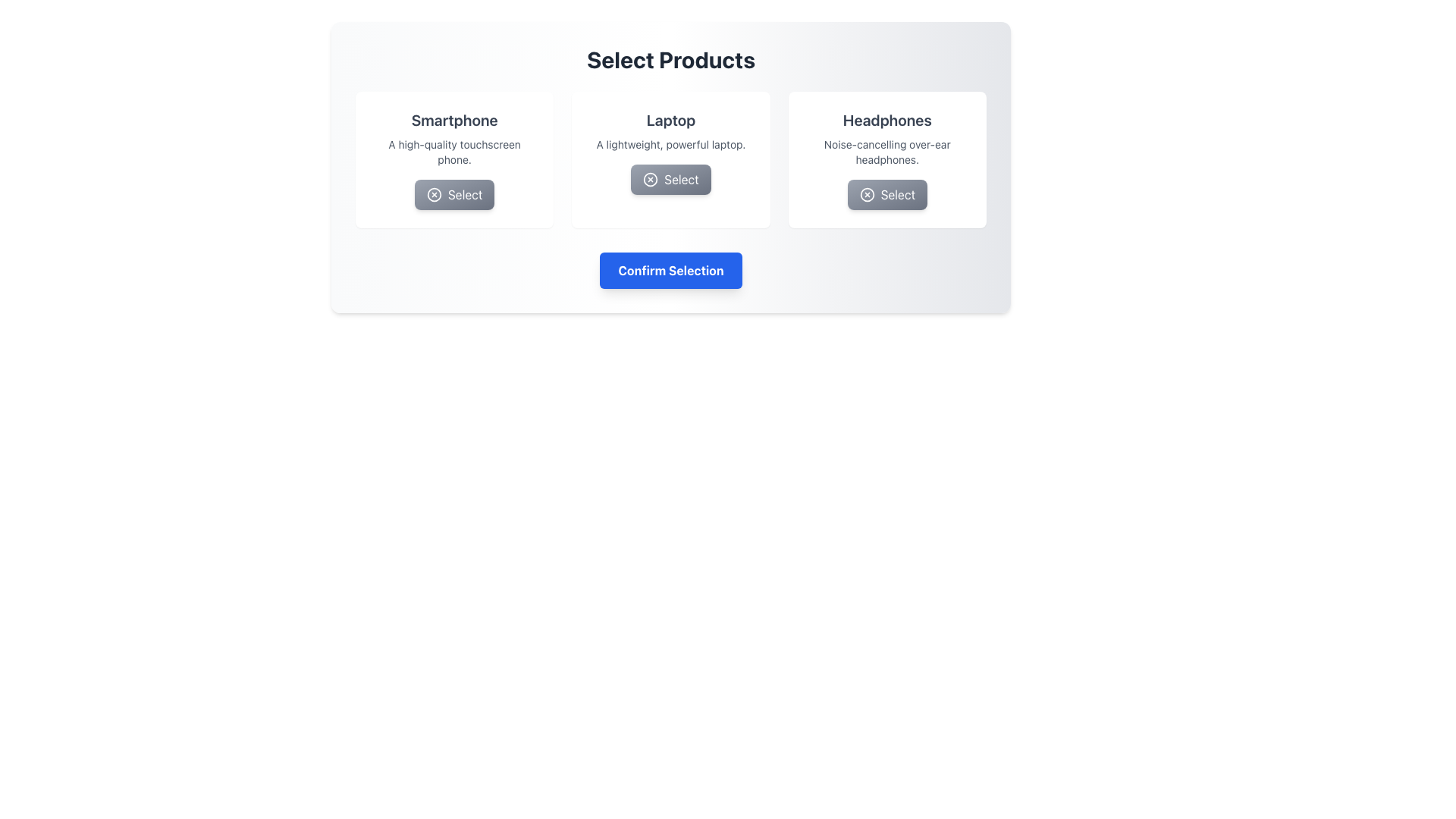 The height and width of the screenshot is (819, 1456). I want to click on the 'Select' button with a gray cross-circle icon located in the product card for 'Headphones', so click(887, 194).